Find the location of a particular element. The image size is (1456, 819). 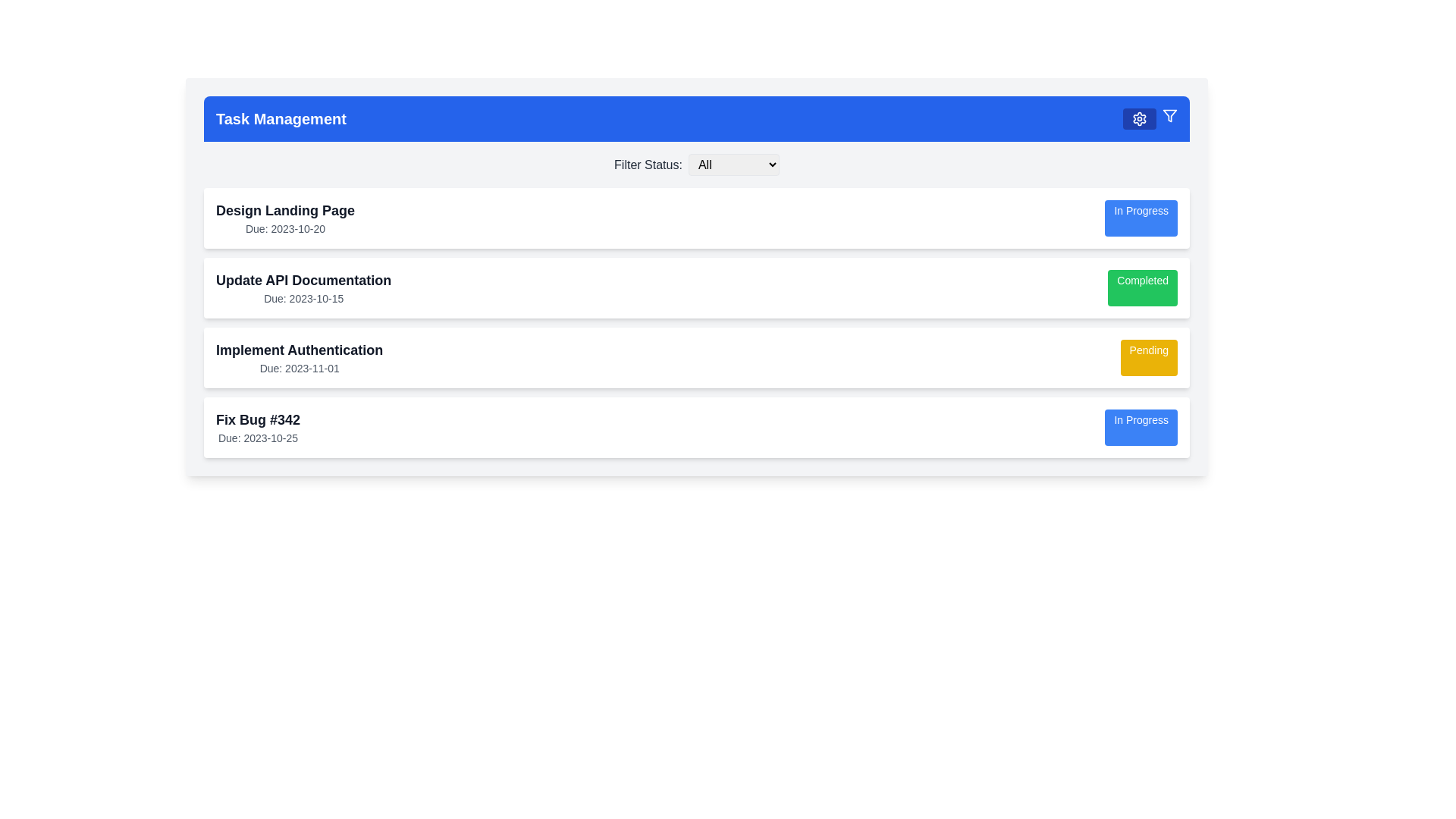

the Text label indicating 'Task Management' located at the very left end of the header section is located at coordinates (281, 118).